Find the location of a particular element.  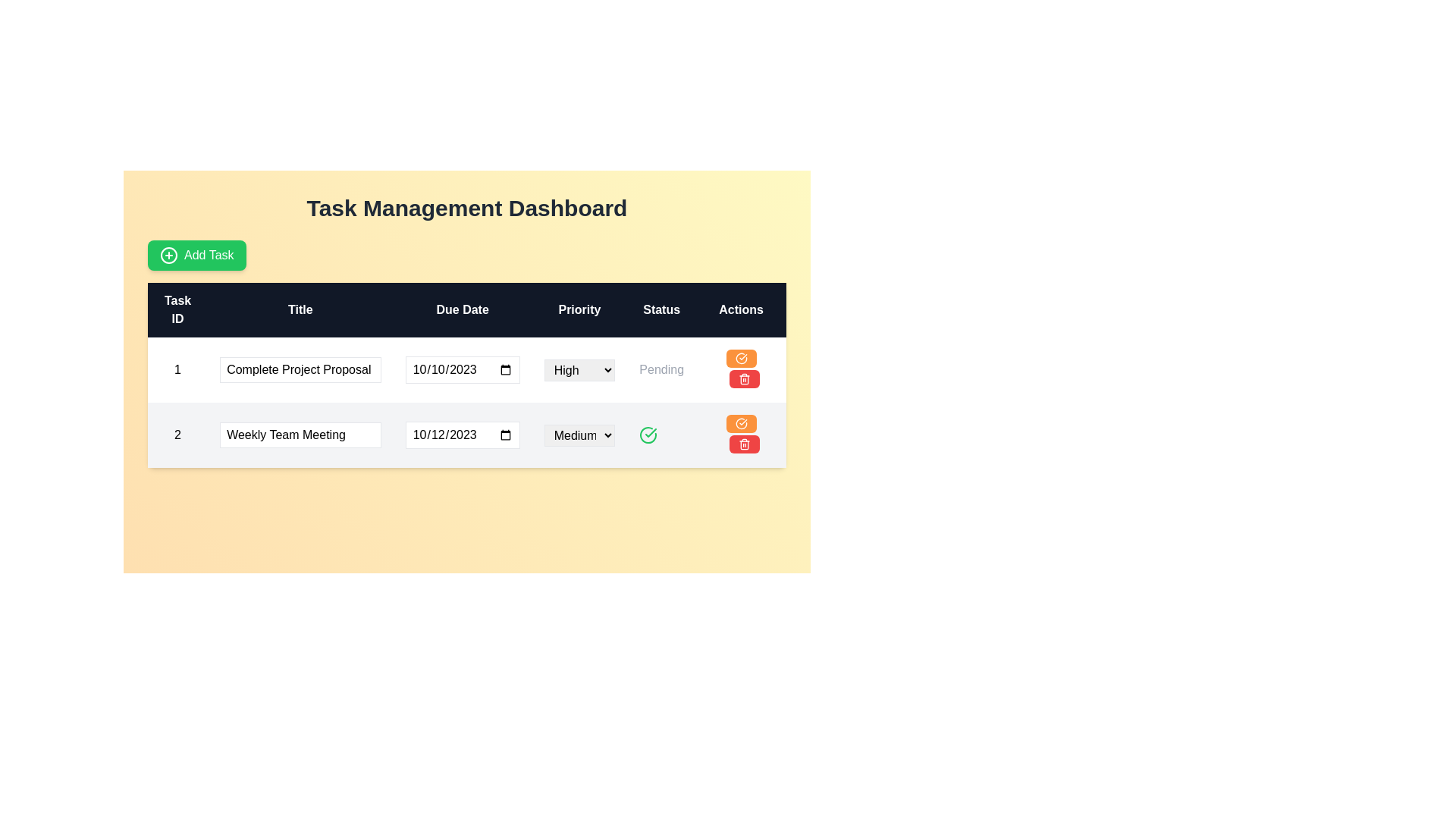

the circular icon with a checkmark inside the light orange button located in the 'Actions' column for the second task row is located at coordinates (741, 424).